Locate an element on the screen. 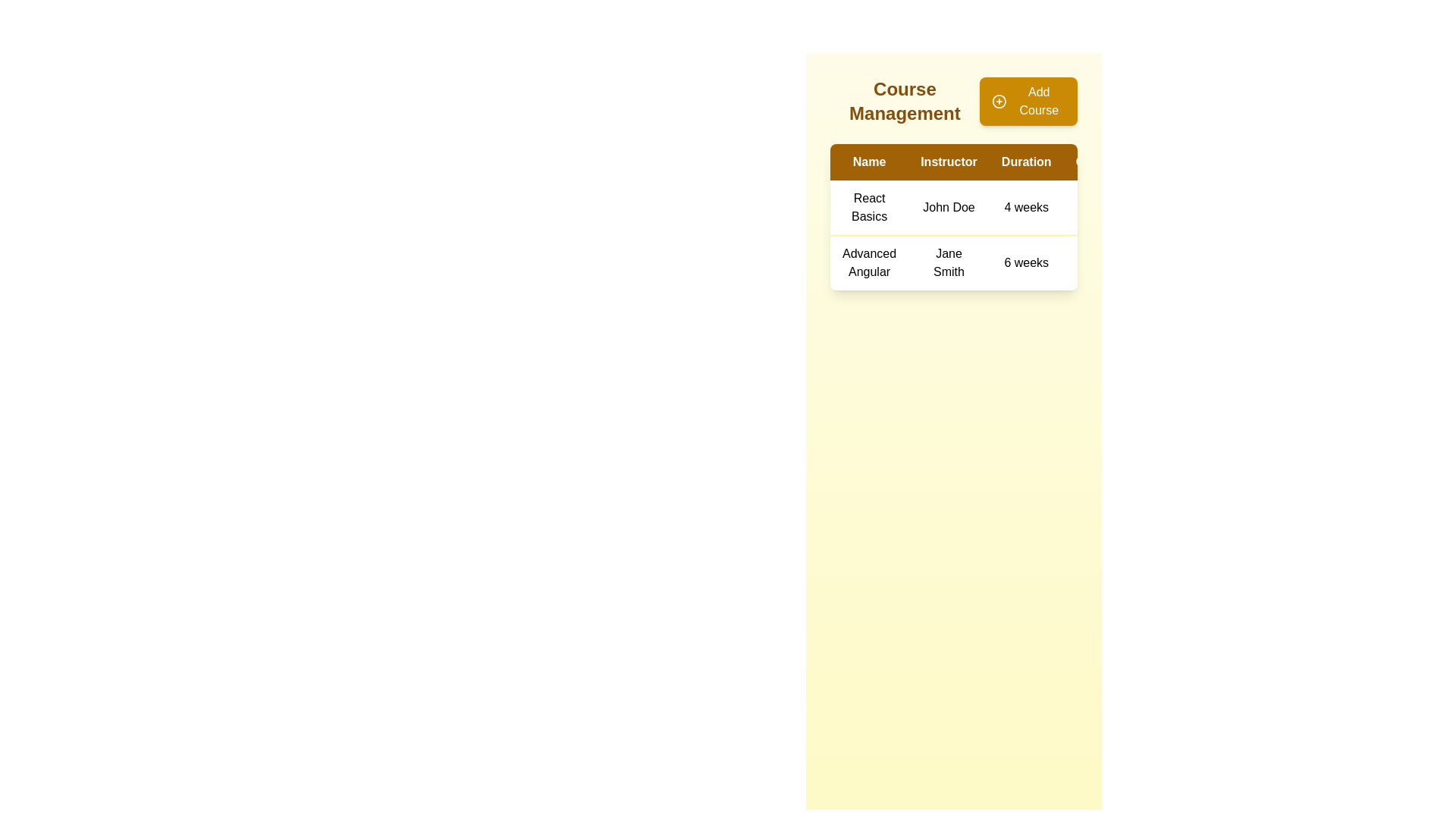 This screenshot has height=819, width=1456. the table header row which has a golden-yellow background and white text, containing column labels like 'Name', 'Instructor', 'Duration', 'Capacity', and 'Actions' is located at coordinates (1018, 162).